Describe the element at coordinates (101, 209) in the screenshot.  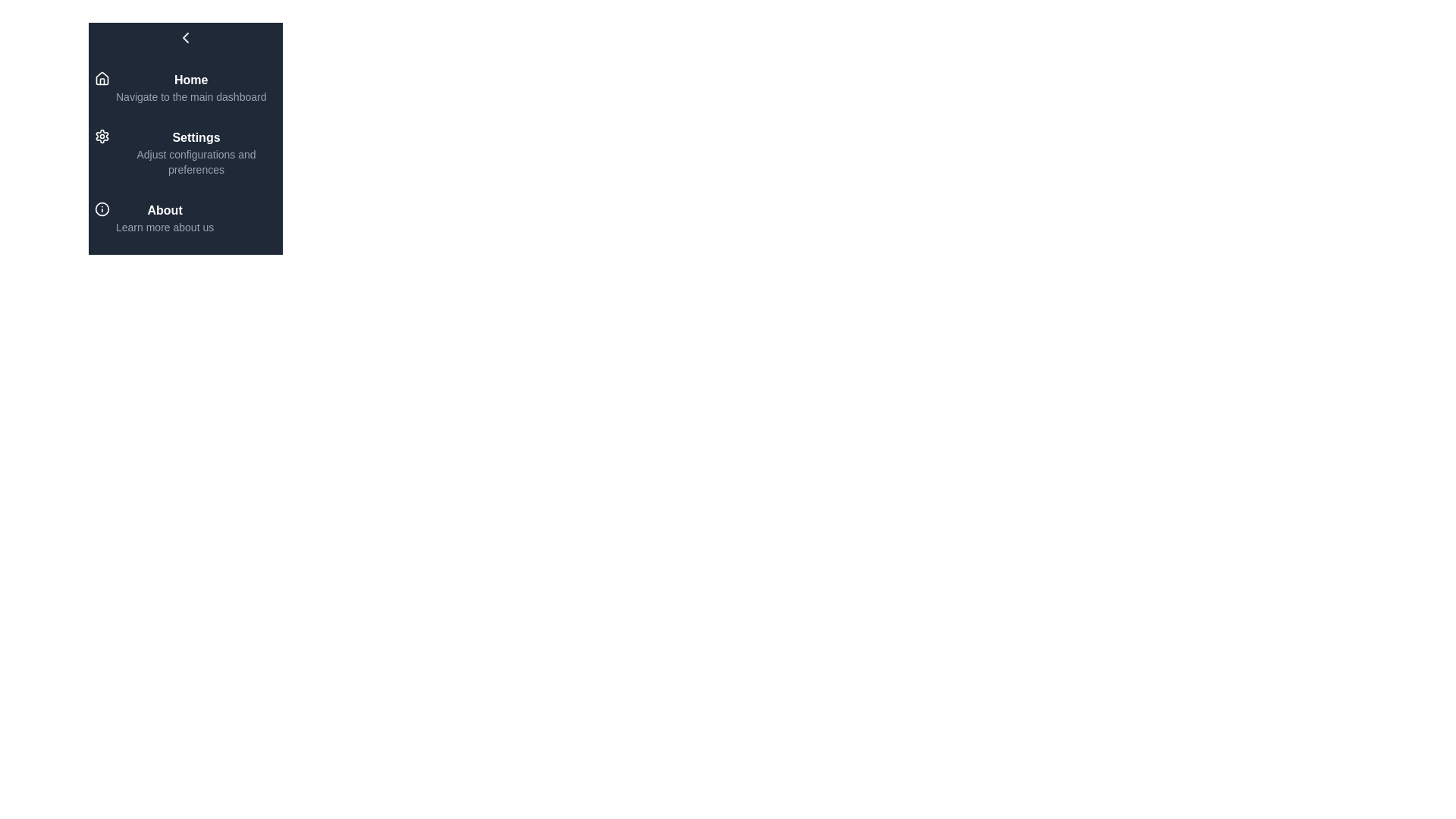
I see `the icon corresponding to About in the SidebarMenu` at that location.